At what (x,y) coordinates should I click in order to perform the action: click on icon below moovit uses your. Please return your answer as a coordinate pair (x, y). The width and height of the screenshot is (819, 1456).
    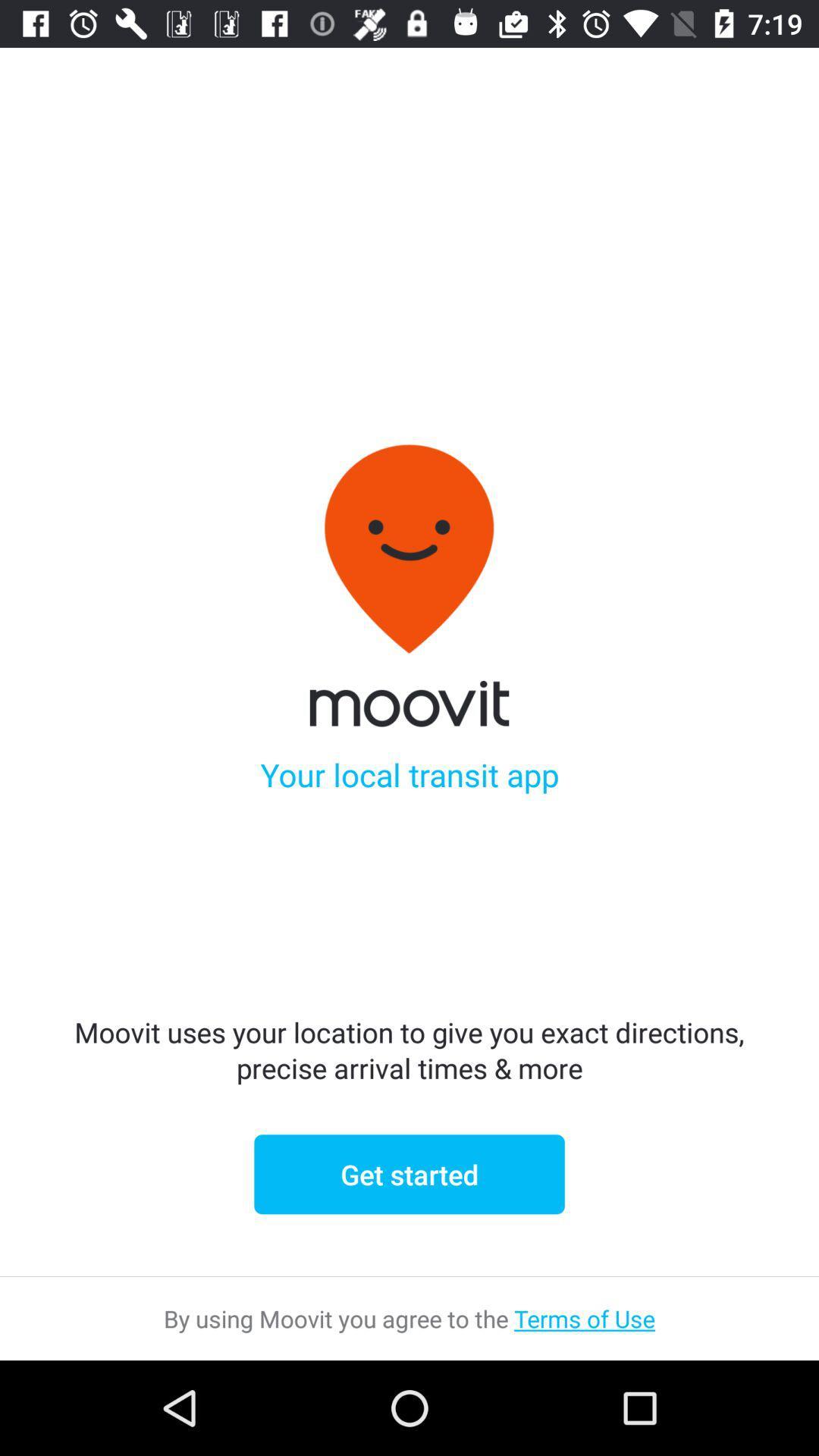
    Looking at the image, I should click on (409, 1173).